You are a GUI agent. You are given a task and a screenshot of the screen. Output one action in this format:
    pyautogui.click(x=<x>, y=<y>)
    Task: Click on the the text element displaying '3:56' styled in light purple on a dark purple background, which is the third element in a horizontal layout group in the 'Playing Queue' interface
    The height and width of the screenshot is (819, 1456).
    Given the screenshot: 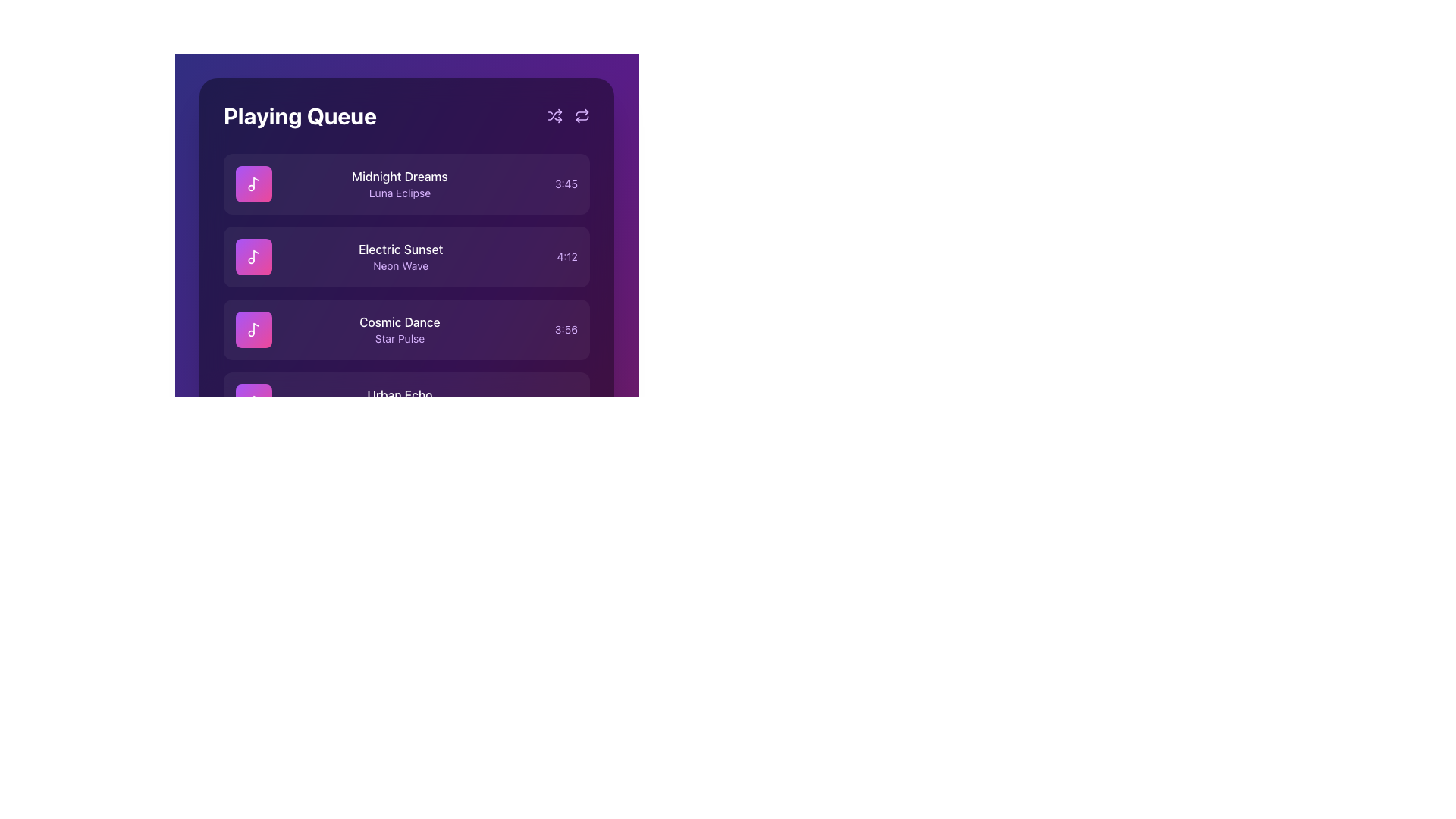 What is the action you would take?
    pyautogui.click(x=565, y=329)
    